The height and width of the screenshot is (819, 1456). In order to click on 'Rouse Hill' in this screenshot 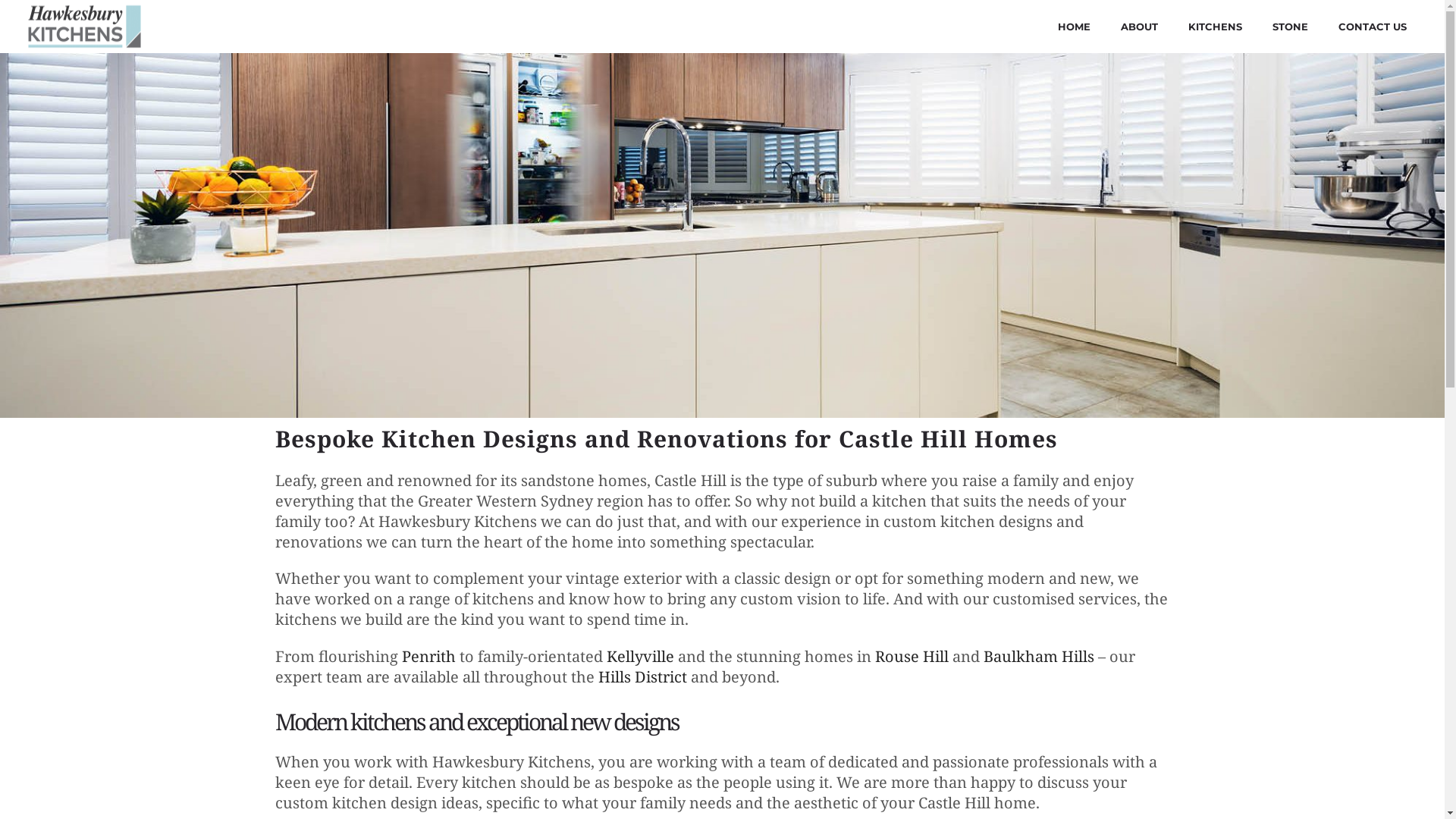, I will do `click(911, 655)`.